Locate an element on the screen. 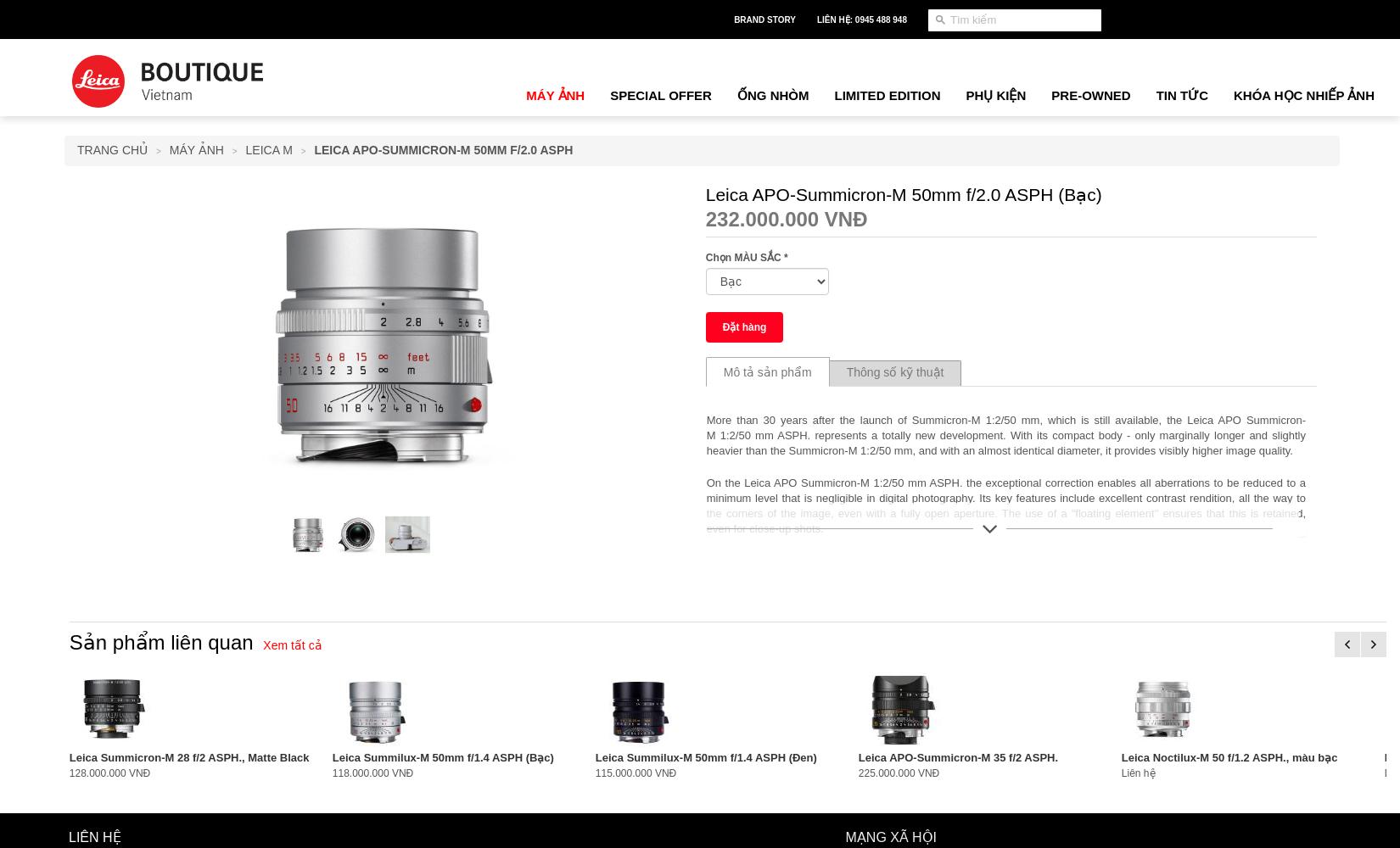 This screenshot has width=1400, height=848. 'Thông số kỹ thuật' is located at coordinates (894, 371).